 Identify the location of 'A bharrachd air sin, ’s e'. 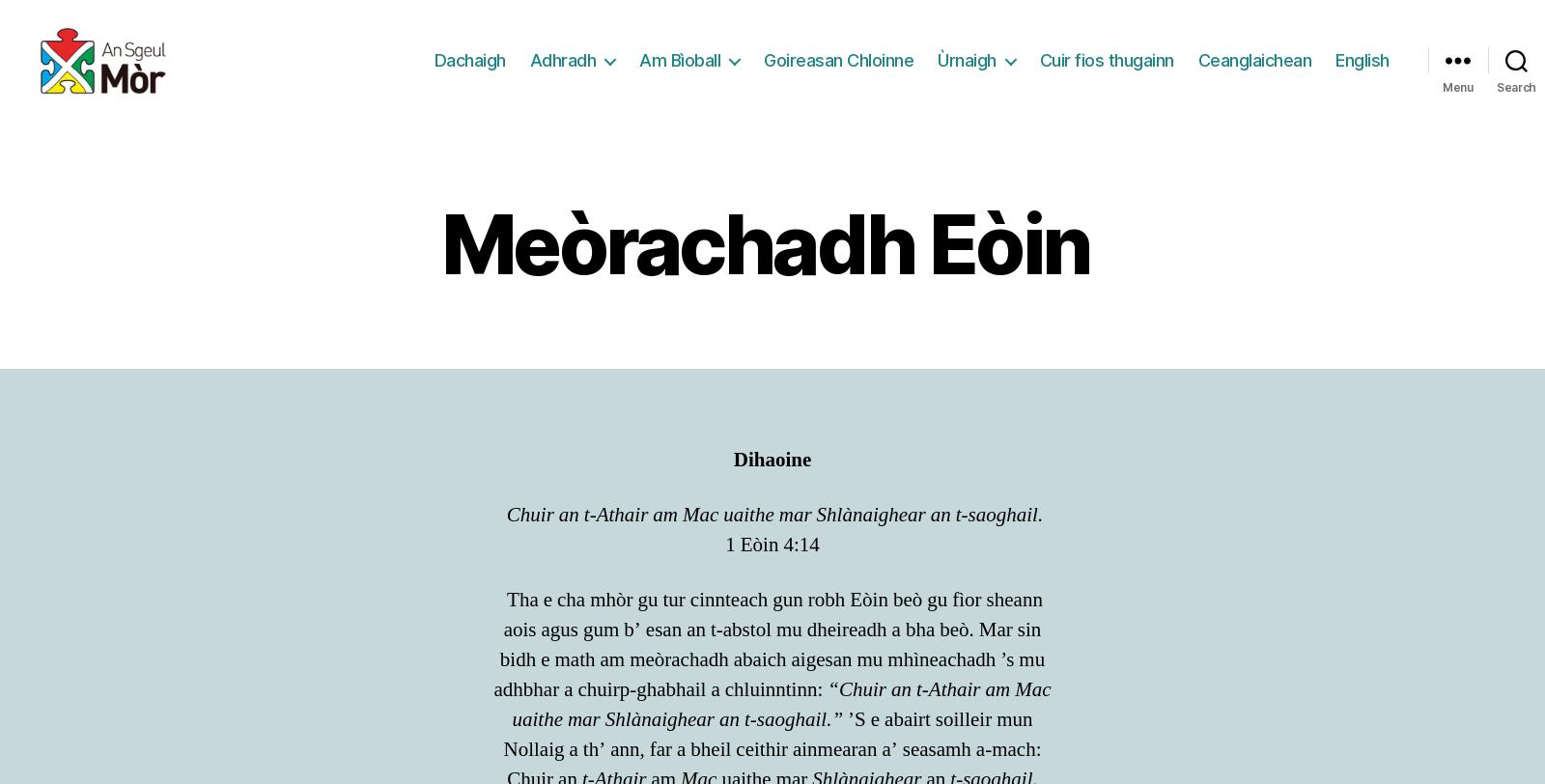
(598, 126).